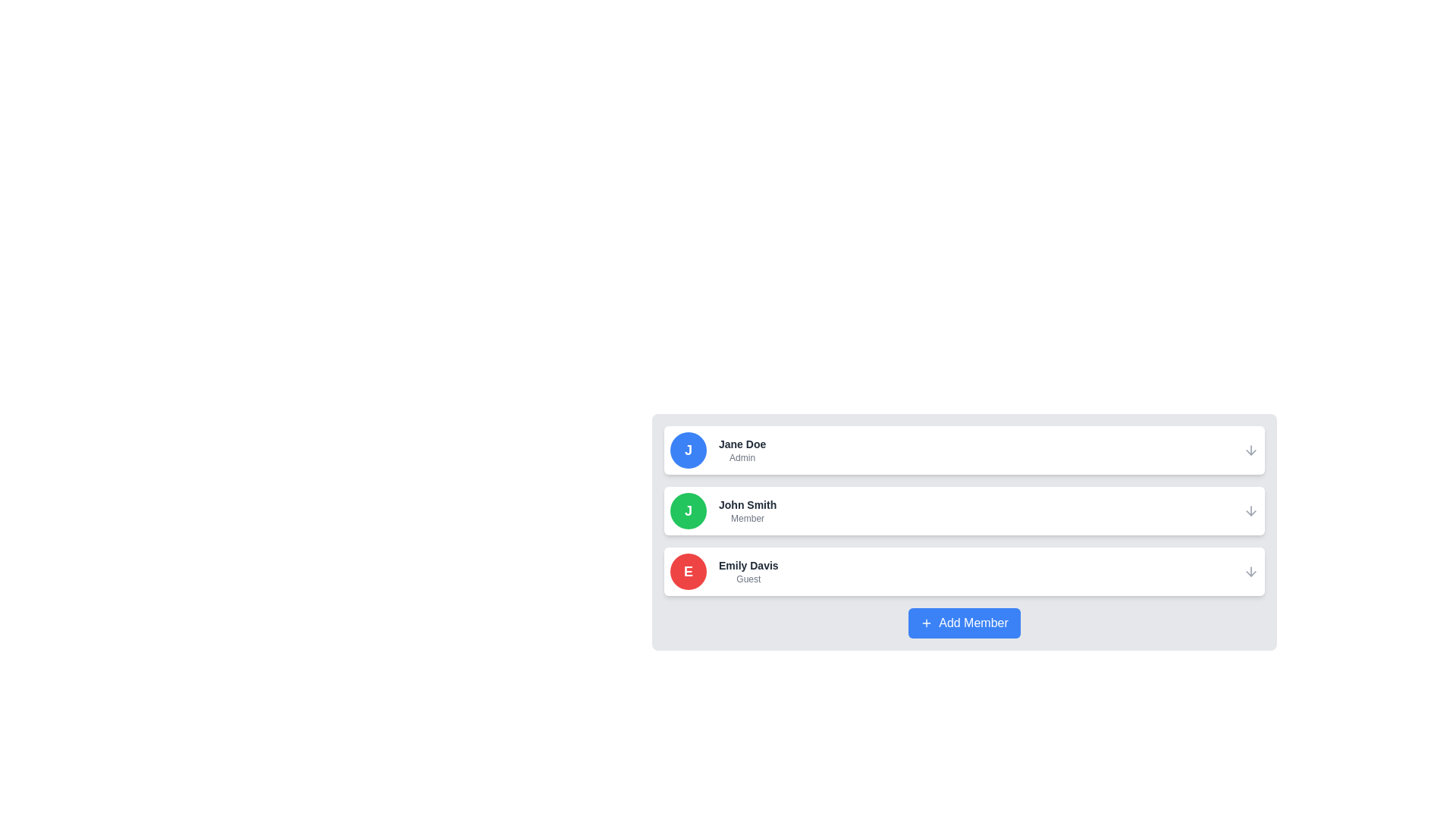 This screenshot has width=1456, height=819. I want to click on the text label displaying 'Admin', which is positioned under 'Jane Doe' within the first item of a vertical list of members, so click(742, 457).